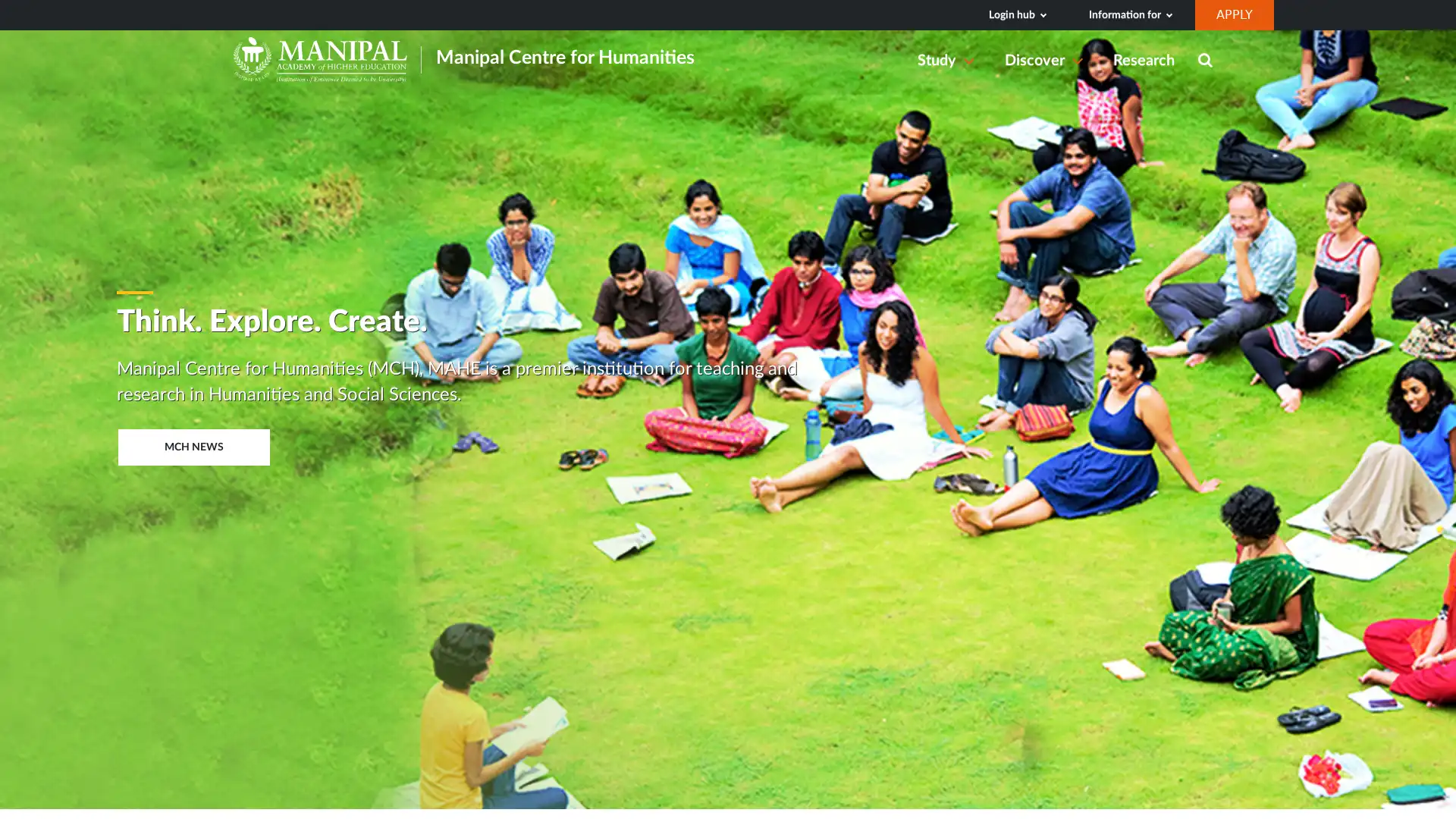  I want to click on MCH NEWS OPENS IN NEW TAB, so click(192, 446).